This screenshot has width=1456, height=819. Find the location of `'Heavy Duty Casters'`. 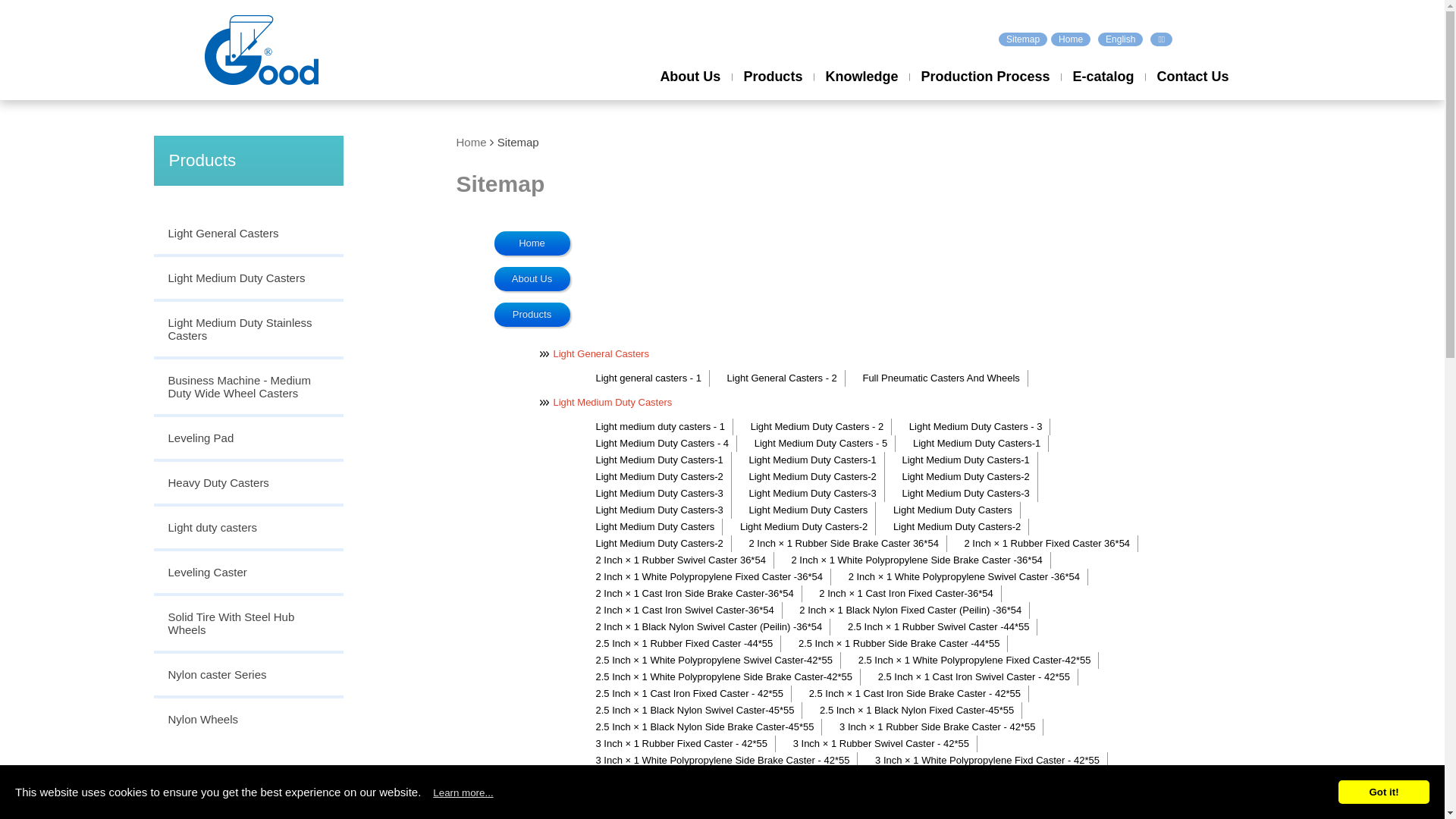

'Heavy Duty Casters' is located at coordinates (247, 484).